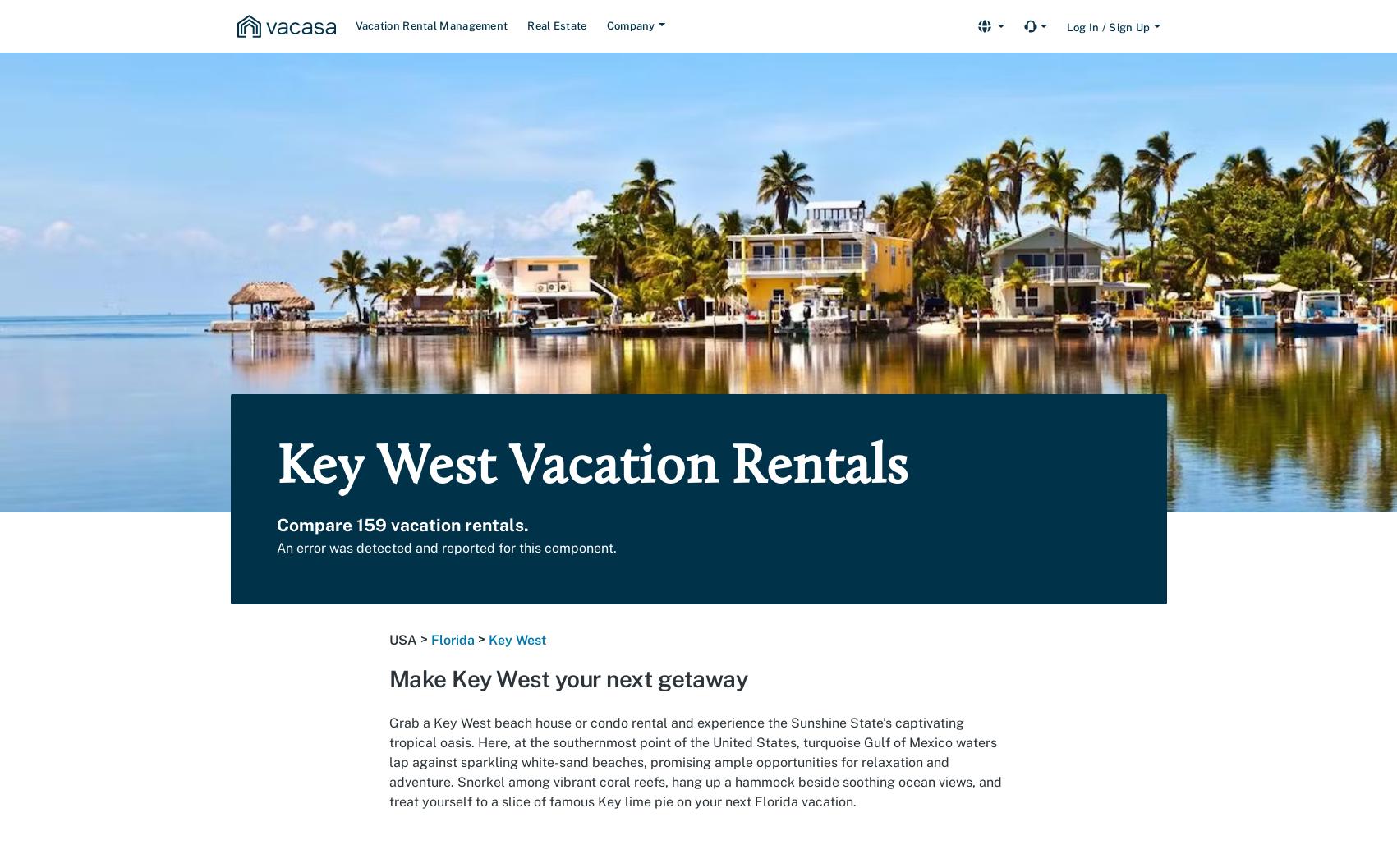  Describe the element at coordinates (402, 525) in the screenshot. I see `'Compare 159 vacation rentals.'` at that location.